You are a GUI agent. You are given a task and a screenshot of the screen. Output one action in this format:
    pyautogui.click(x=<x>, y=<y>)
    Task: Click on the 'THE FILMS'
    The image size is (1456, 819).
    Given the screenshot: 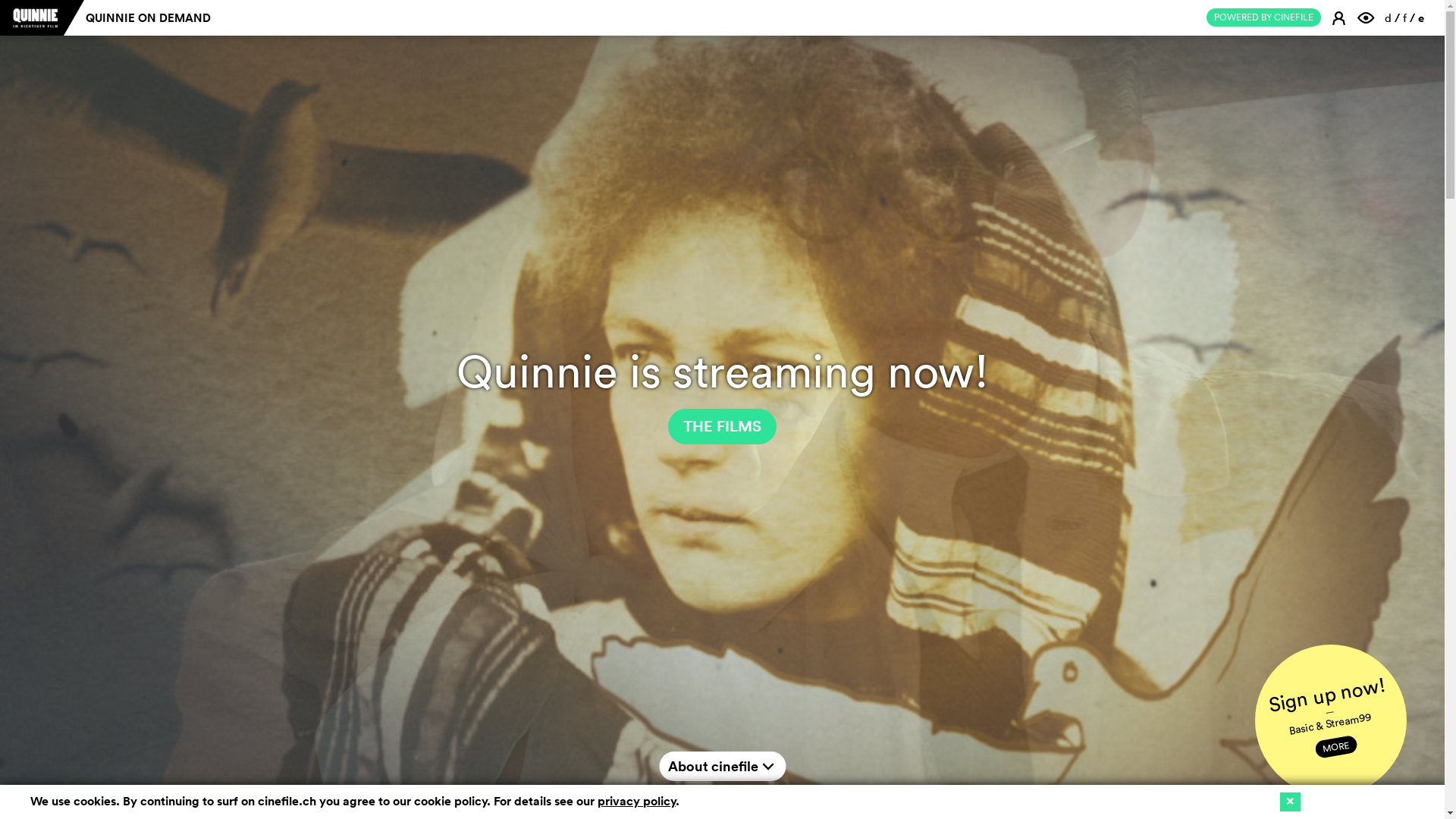 What is the action you would take?
    pyautogui.click(x=721, y=426)
    